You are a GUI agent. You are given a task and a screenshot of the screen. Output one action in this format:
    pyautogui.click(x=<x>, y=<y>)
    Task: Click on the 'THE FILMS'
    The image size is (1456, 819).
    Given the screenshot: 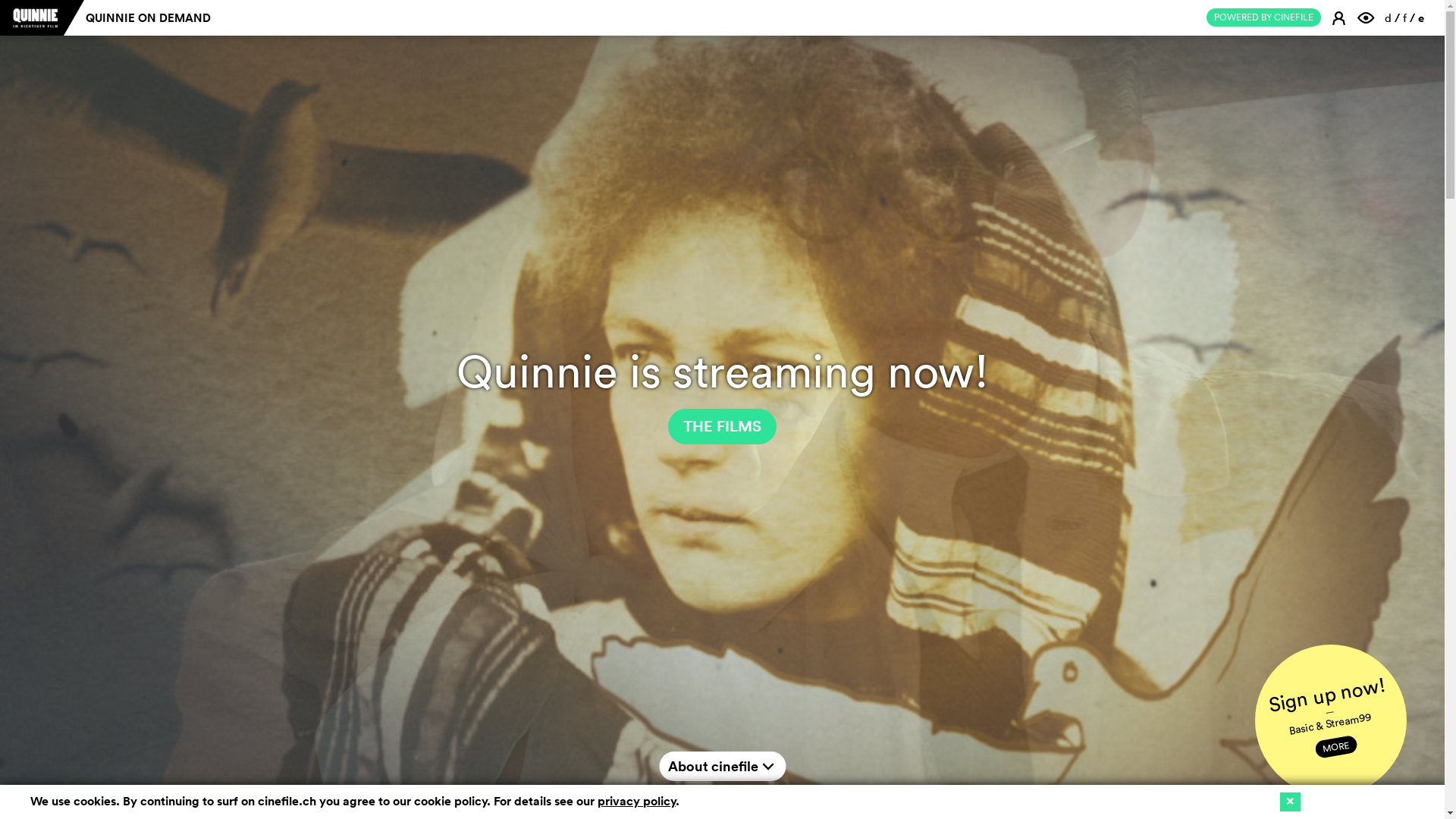 What is the action you would take?
    pyautogui.click(x=721, y=426)
    